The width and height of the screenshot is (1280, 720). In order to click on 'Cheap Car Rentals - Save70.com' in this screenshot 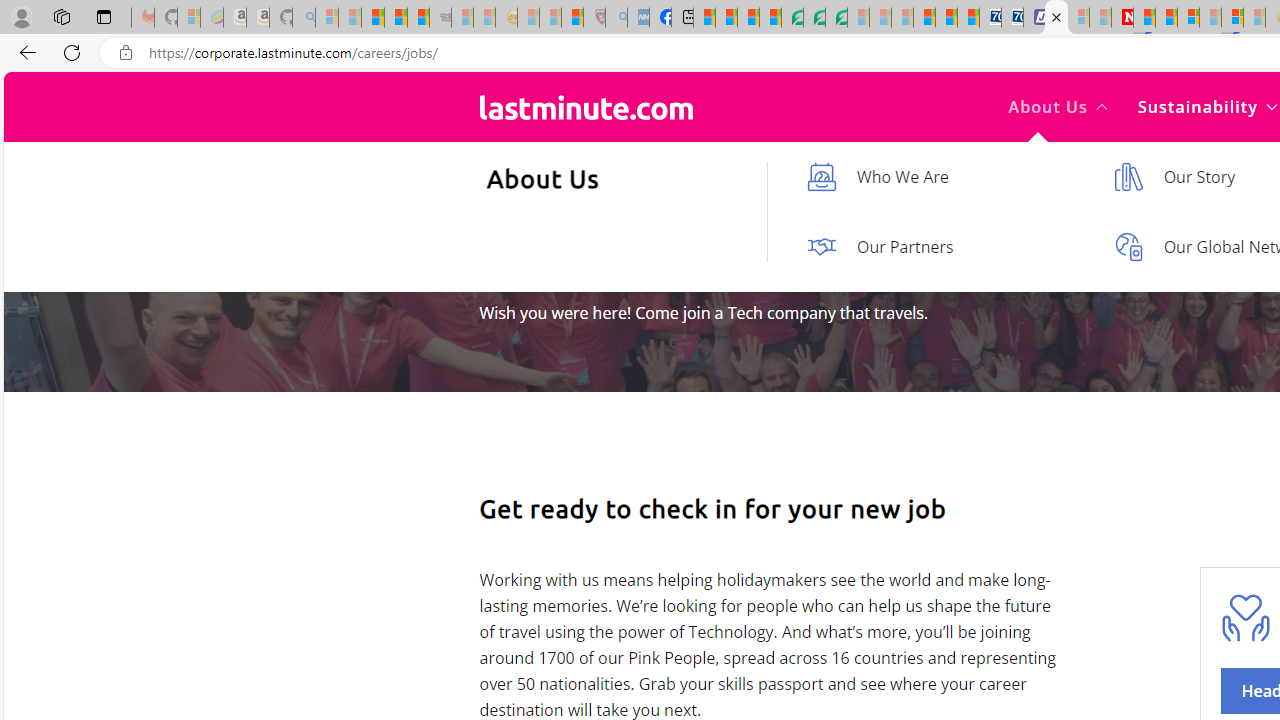, I will do `click(990, 17)`.